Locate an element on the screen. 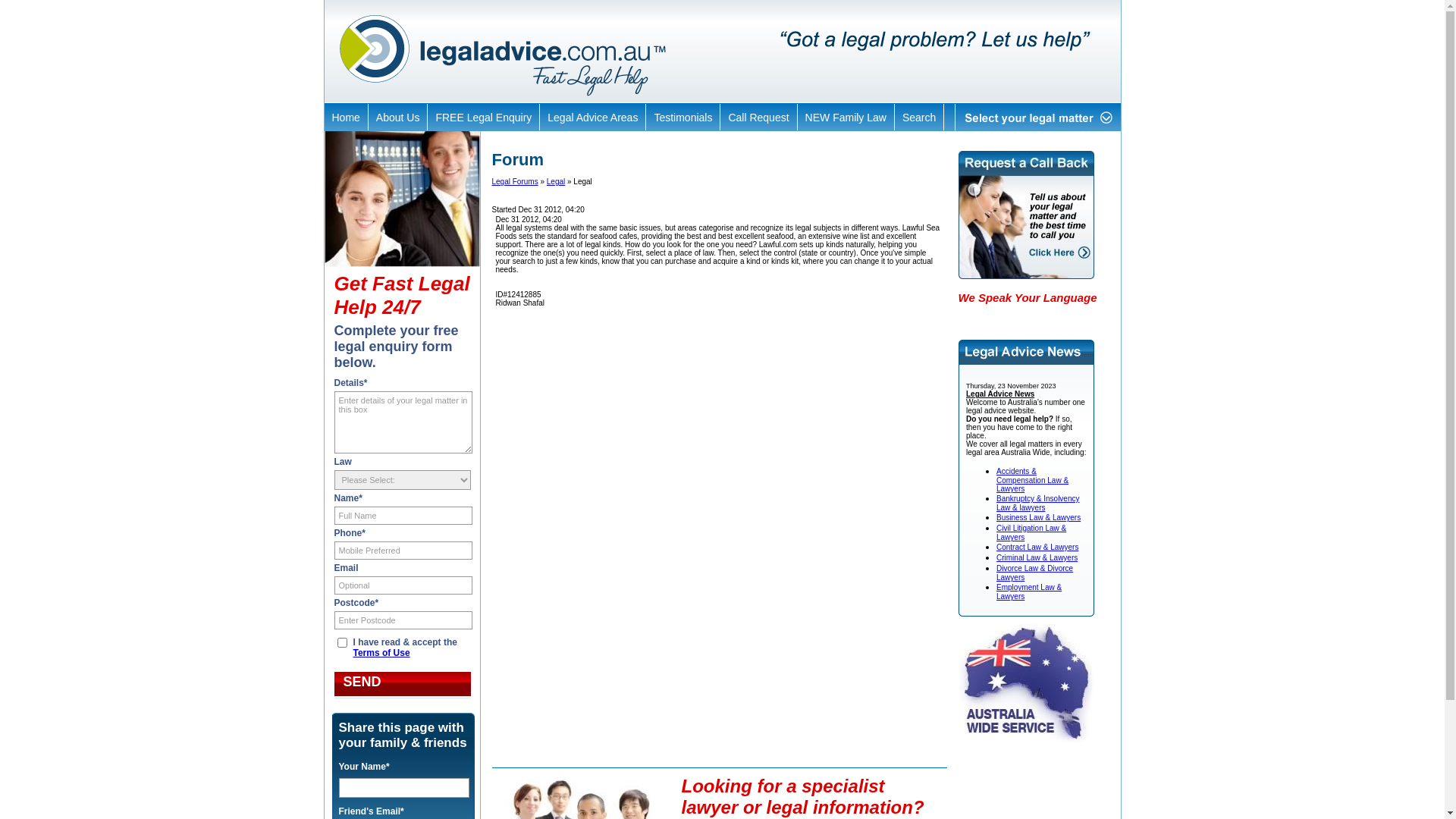 The width and height of the screenshot is (1456, 819). 'Legal Advice Areas' is located at coordinates (591, 116).